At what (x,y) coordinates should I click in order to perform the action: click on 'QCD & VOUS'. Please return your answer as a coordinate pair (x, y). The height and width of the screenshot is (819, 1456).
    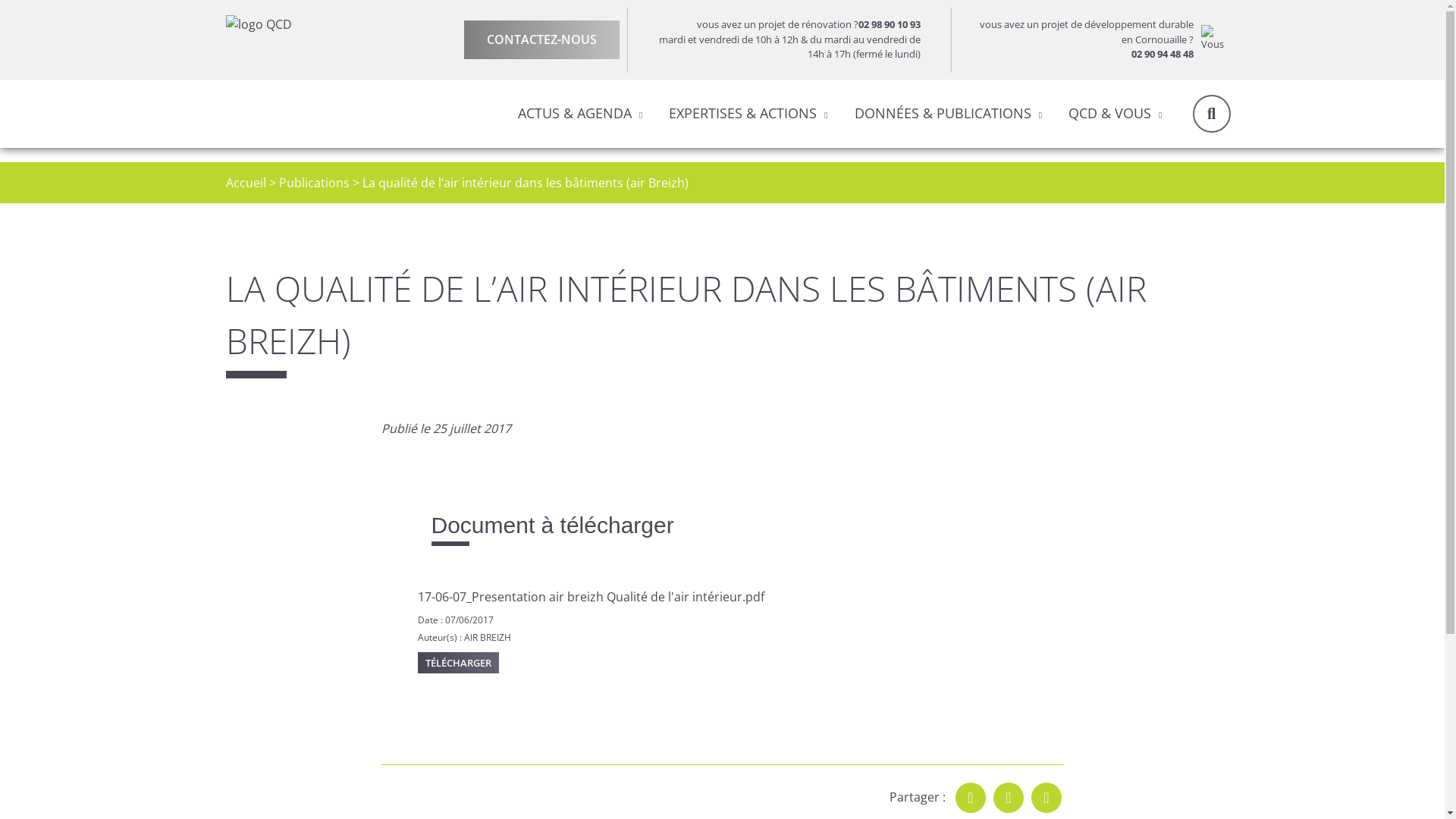
    Looking at the image, I should click on (1109, 112).